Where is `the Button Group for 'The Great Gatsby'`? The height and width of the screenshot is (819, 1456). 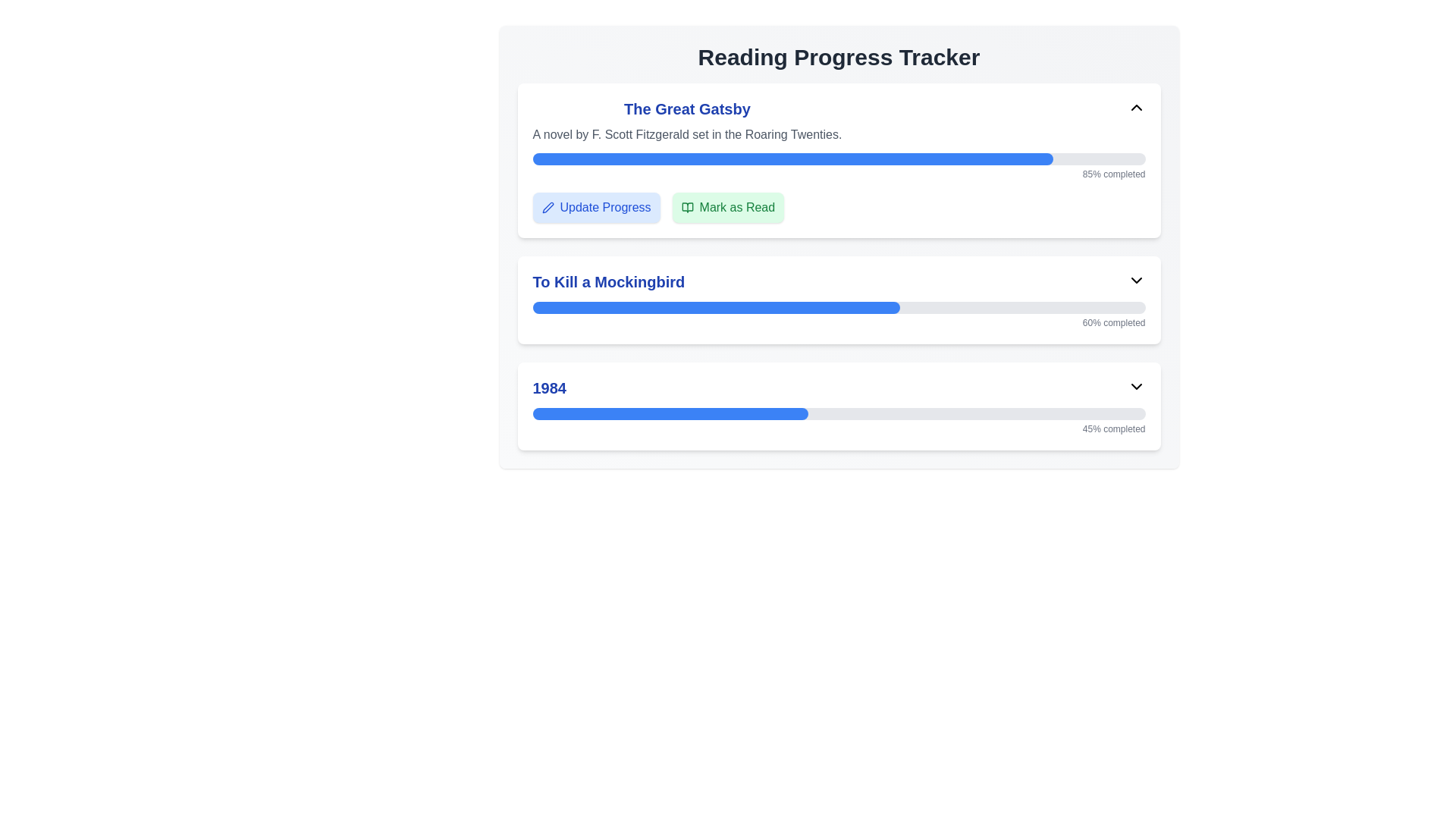
the Button Group for 'The Great Gatsby' is located at coordinates (838, 207).